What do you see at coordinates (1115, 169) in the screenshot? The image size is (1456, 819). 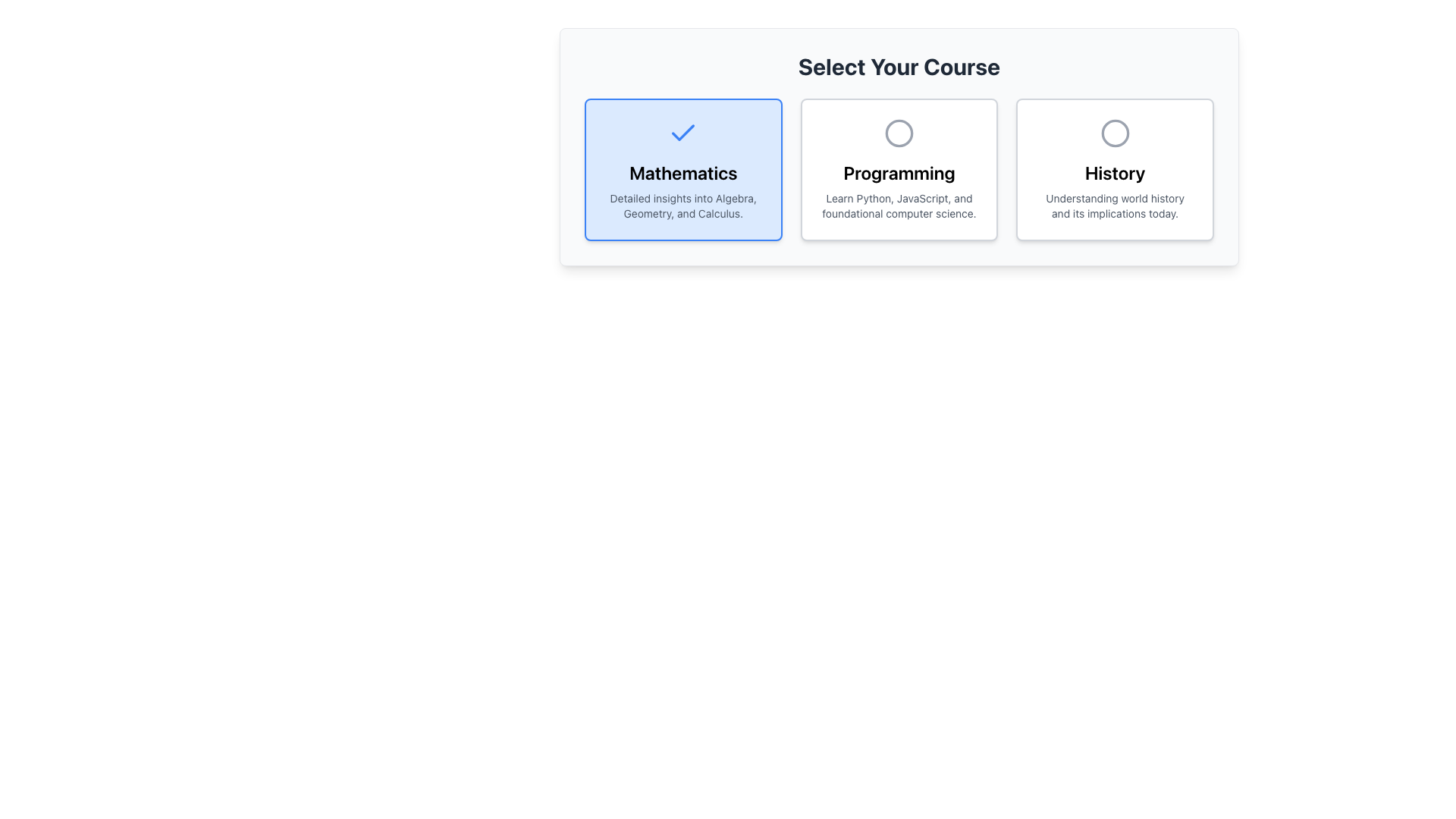 I see `the 'History' course card located in the rightmost column of the grid layout` at bounding box center [1115, 169].